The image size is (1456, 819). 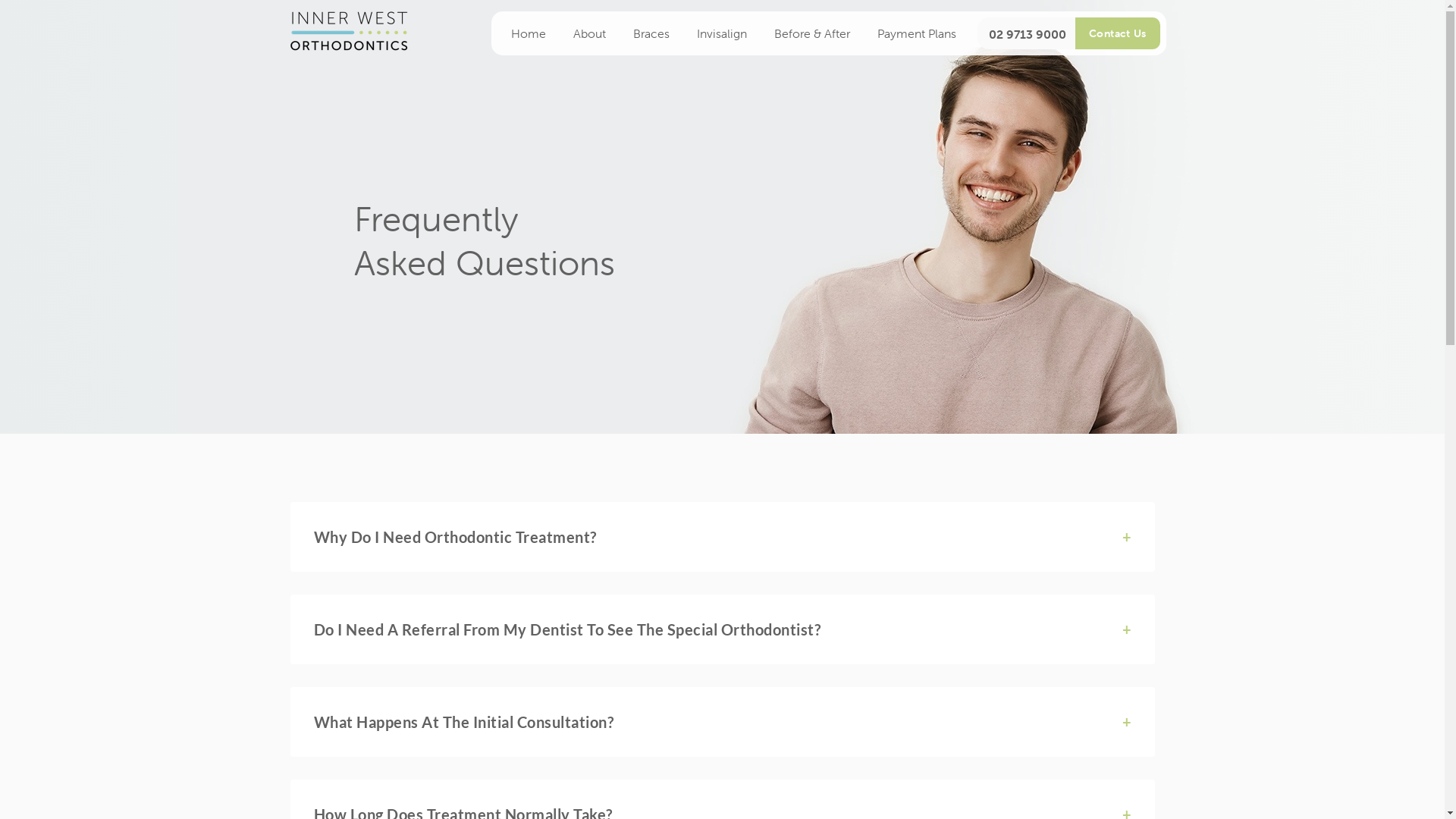 What do you see at coordinates (811, 33) in the screenshot?
I see `'Before & After'` at bounding box center [811, 33].